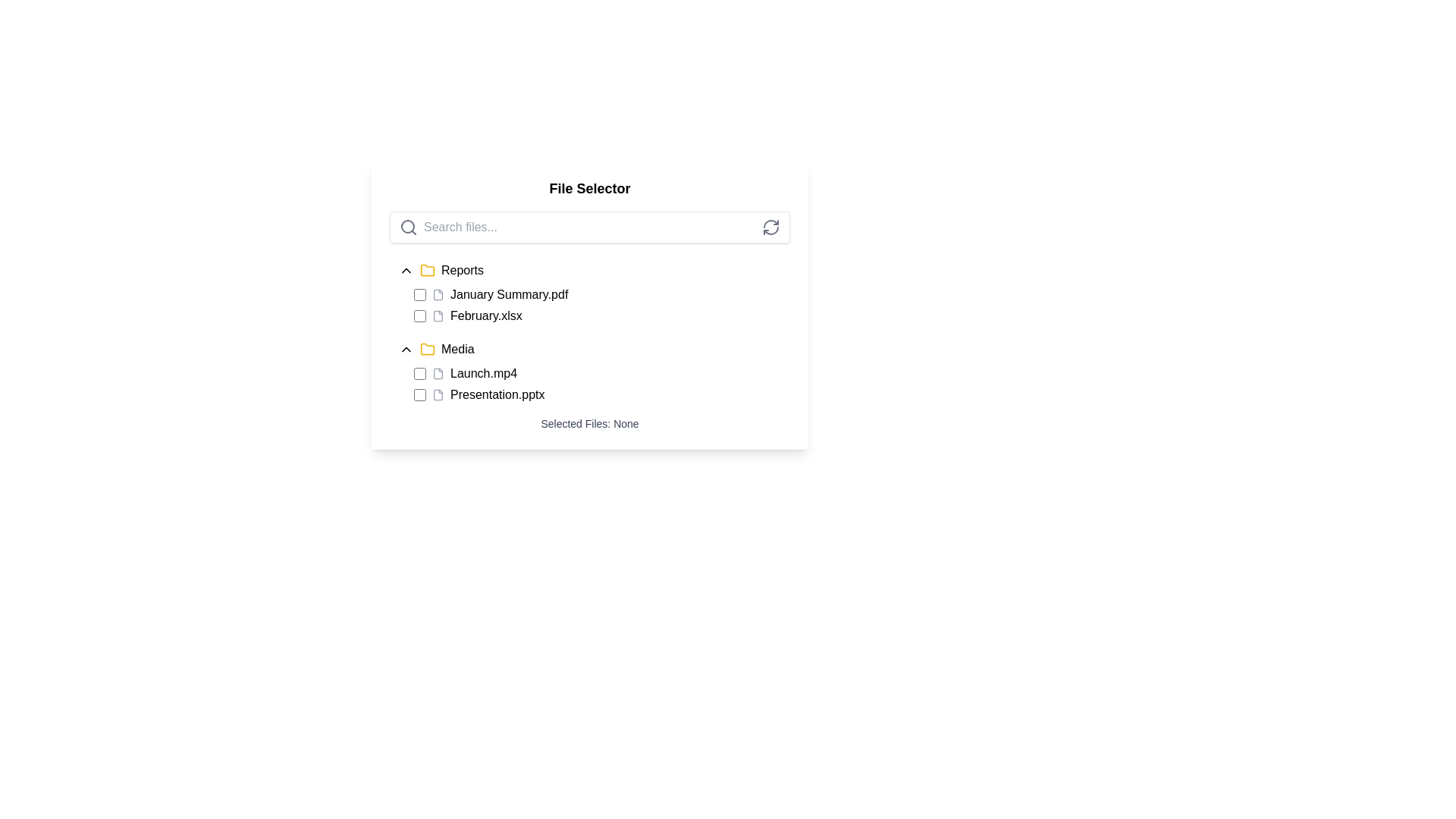 Image resolution: width=1456 pixels, height=819 pixels. Describe the element at coordinates (427, 268) in the screenshot. I see `the folder icon located to the left of the label 'Media'` at that location.